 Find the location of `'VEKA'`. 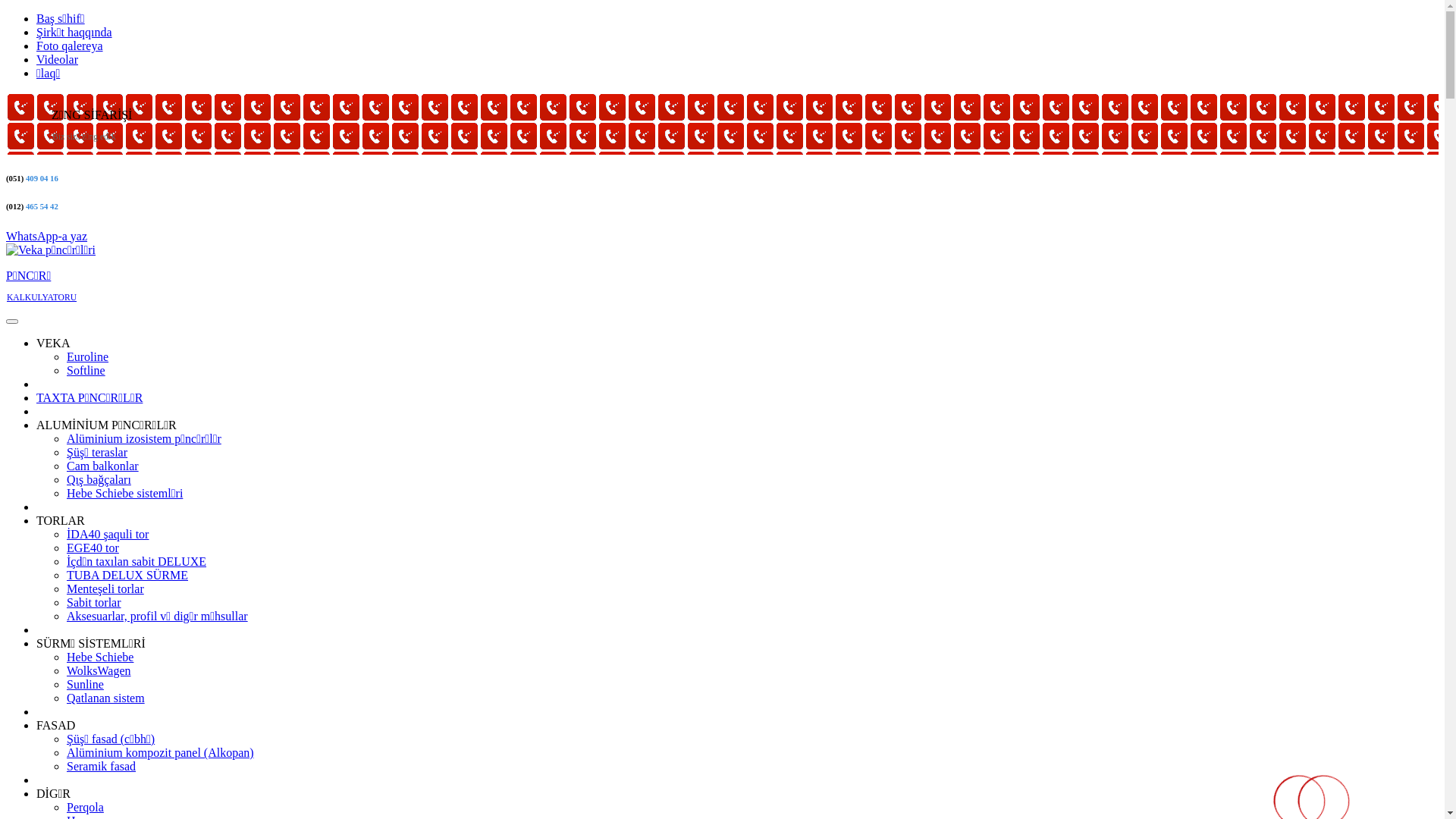

'VEKA' is located at coordinates (53, 343).